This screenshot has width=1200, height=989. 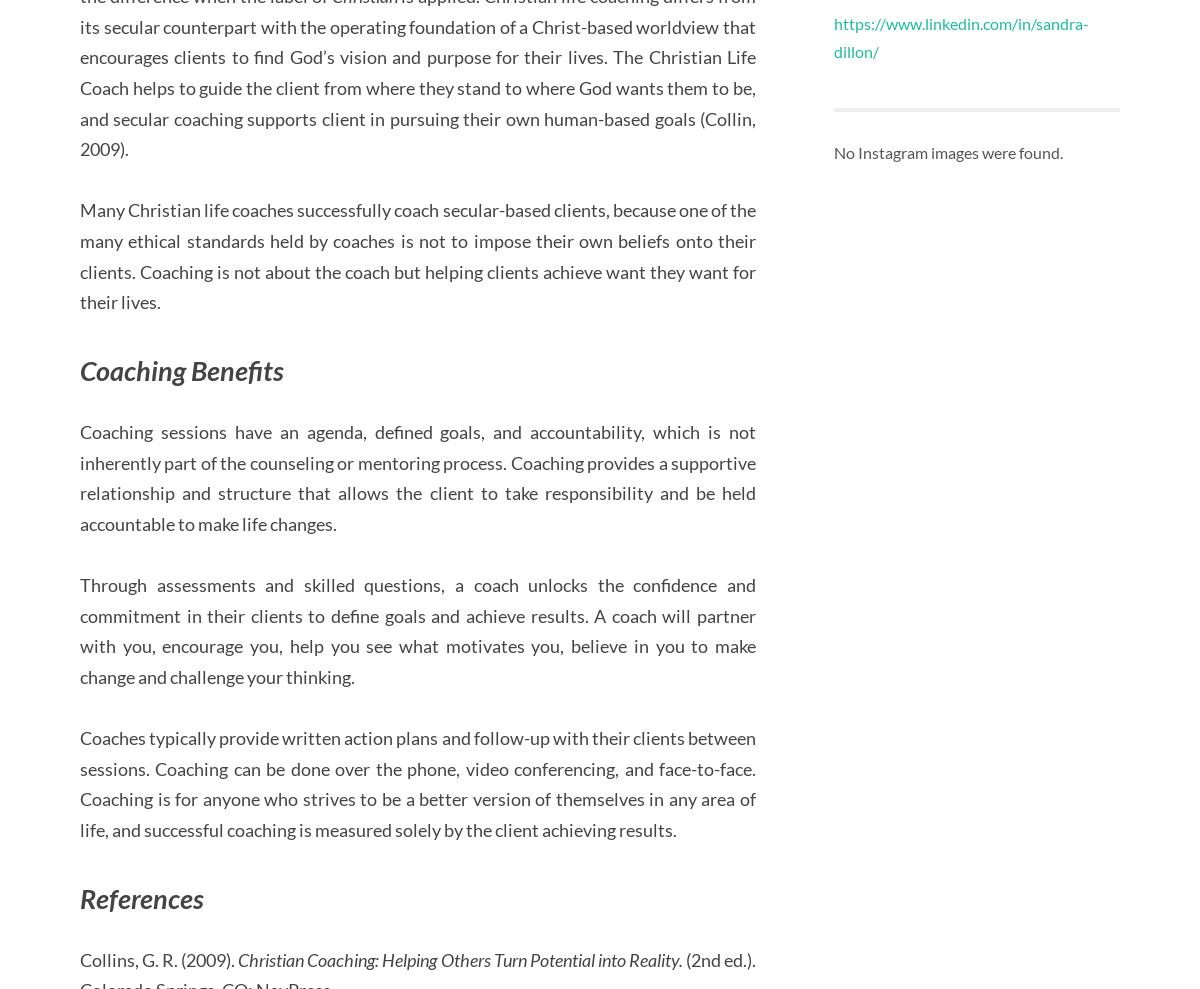 What do you see at coordinates (832, 151) in the screenshot?
I see `'No Instagram images were found.'` at bounding box center [832, 151].